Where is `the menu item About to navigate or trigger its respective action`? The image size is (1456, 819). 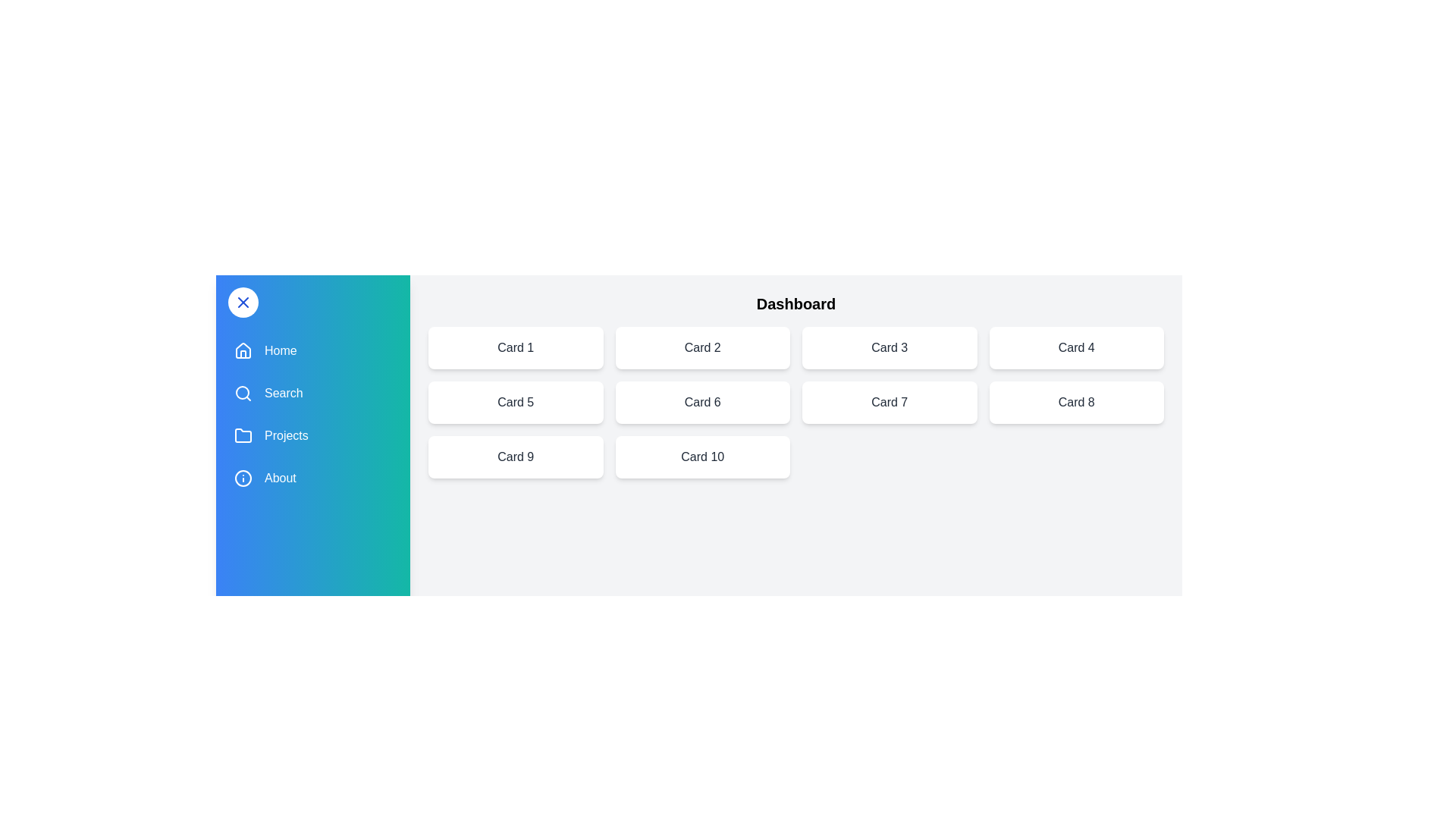
the menu item About to navigate or trigger its respective action is located at coordinates (312, 479).